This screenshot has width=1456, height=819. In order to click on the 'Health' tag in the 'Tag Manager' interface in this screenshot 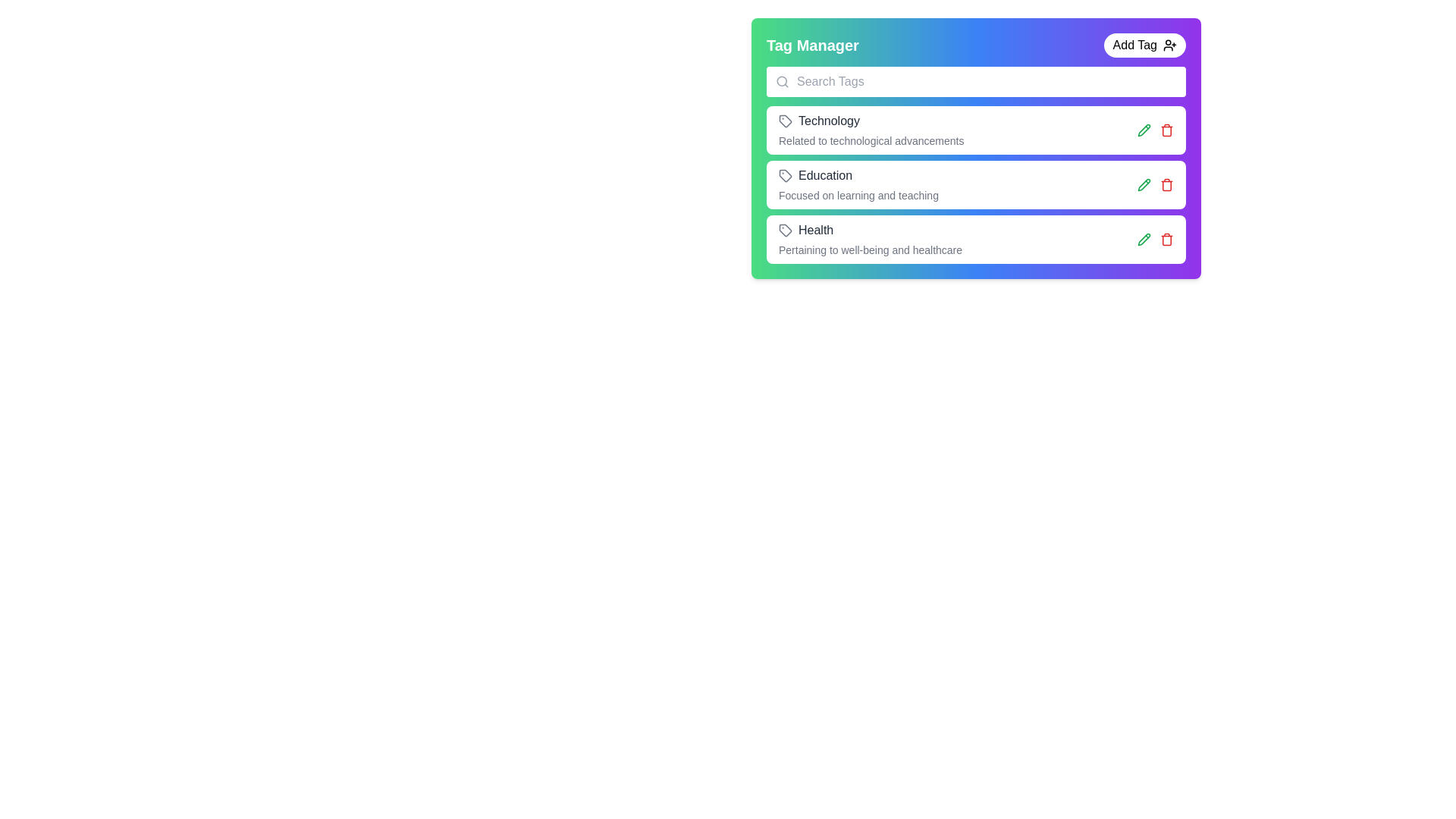, I will do `click(870, 231)`.